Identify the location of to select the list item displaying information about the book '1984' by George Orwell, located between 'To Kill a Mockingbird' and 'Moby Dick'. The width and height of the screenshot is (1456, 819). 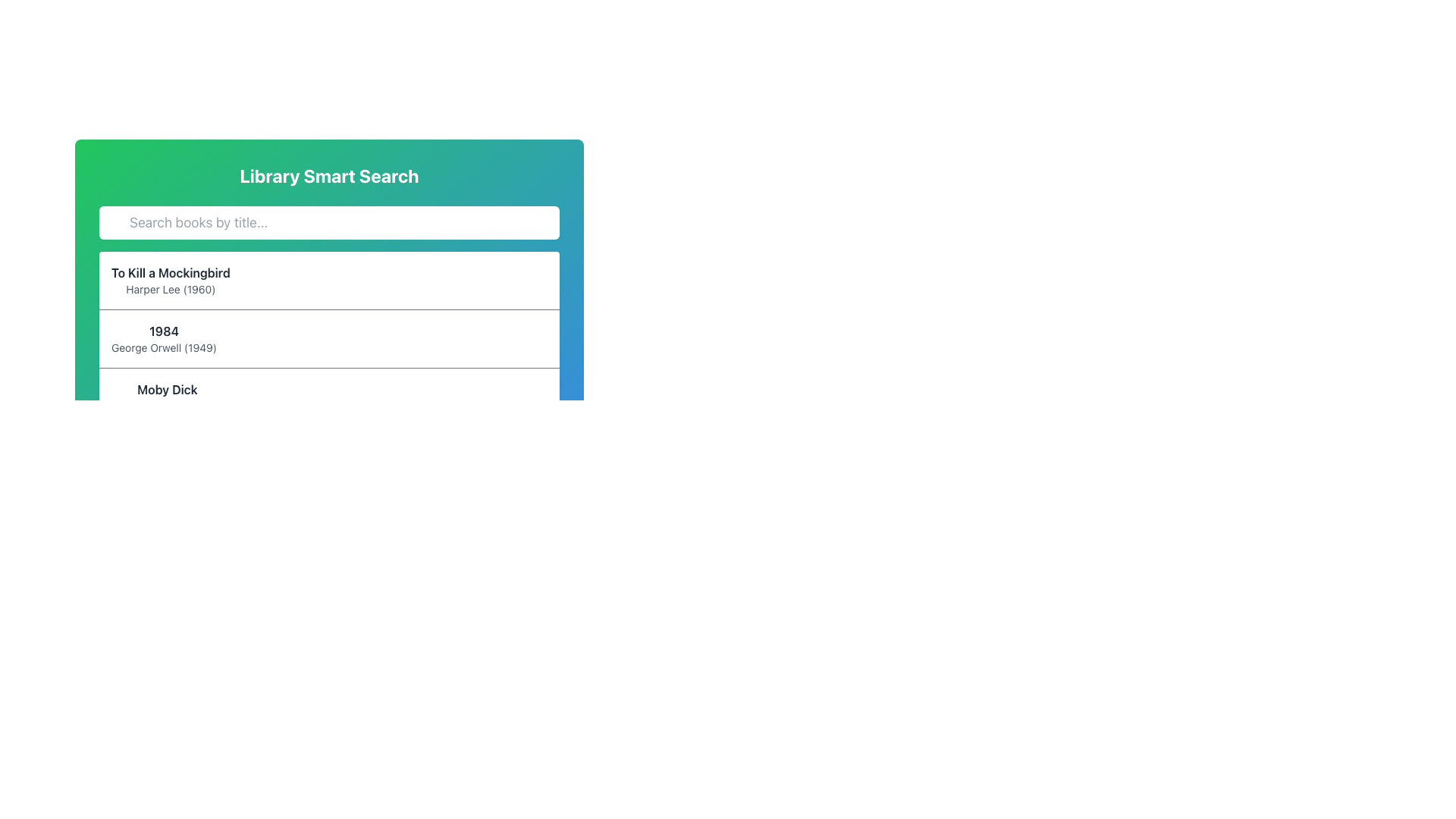
(328, 337).